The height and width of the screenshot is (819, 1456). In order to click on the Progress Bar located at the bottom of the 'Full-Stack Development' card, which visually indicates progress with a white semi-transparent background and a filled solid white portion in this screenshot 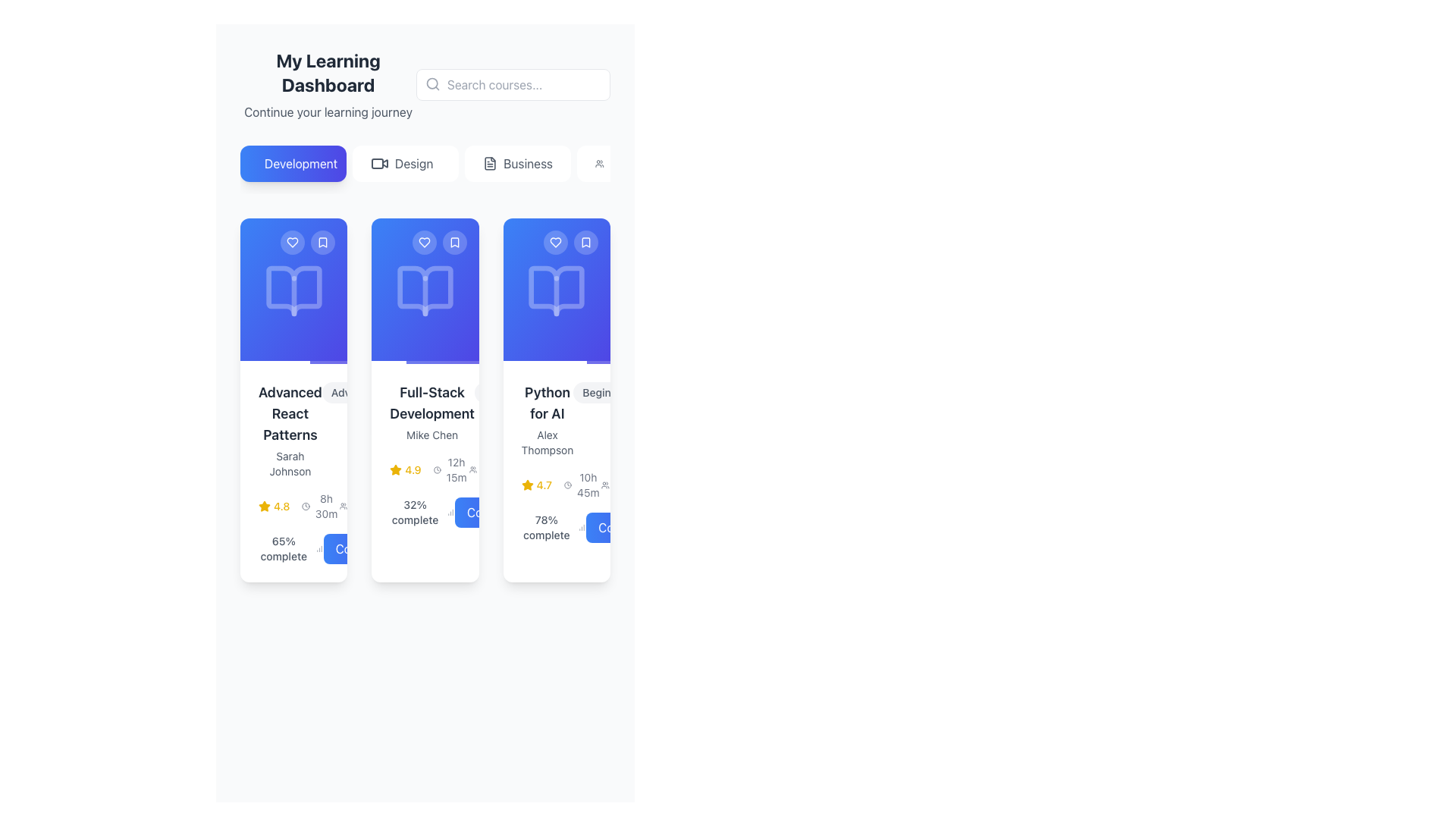, I will do `click(425, 362)`.